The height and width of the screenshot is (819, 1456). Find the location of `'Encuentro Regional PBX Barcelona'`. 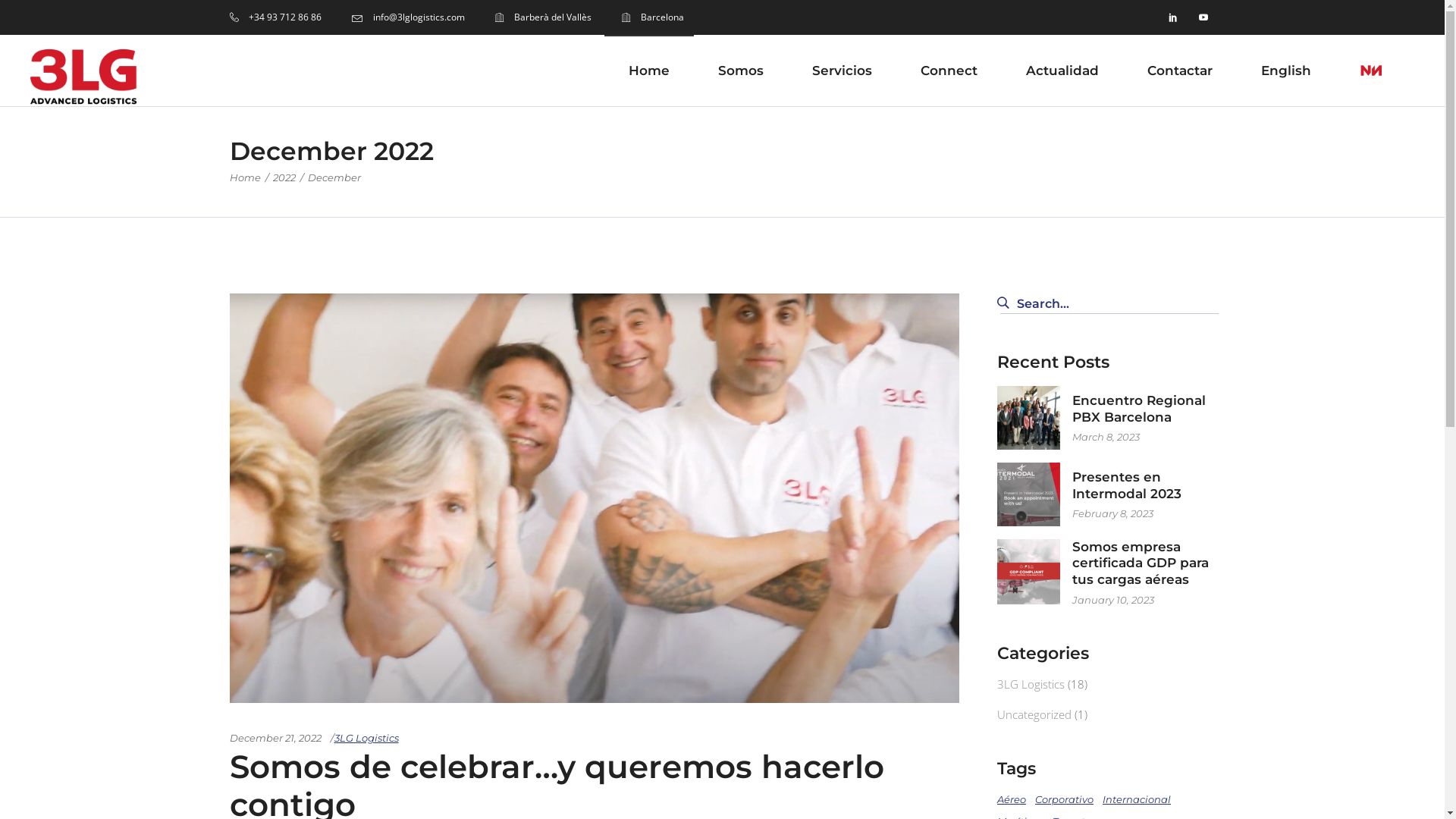

'Encuentro Regional PBX Barcelona' is located at coordinates (997, 417).